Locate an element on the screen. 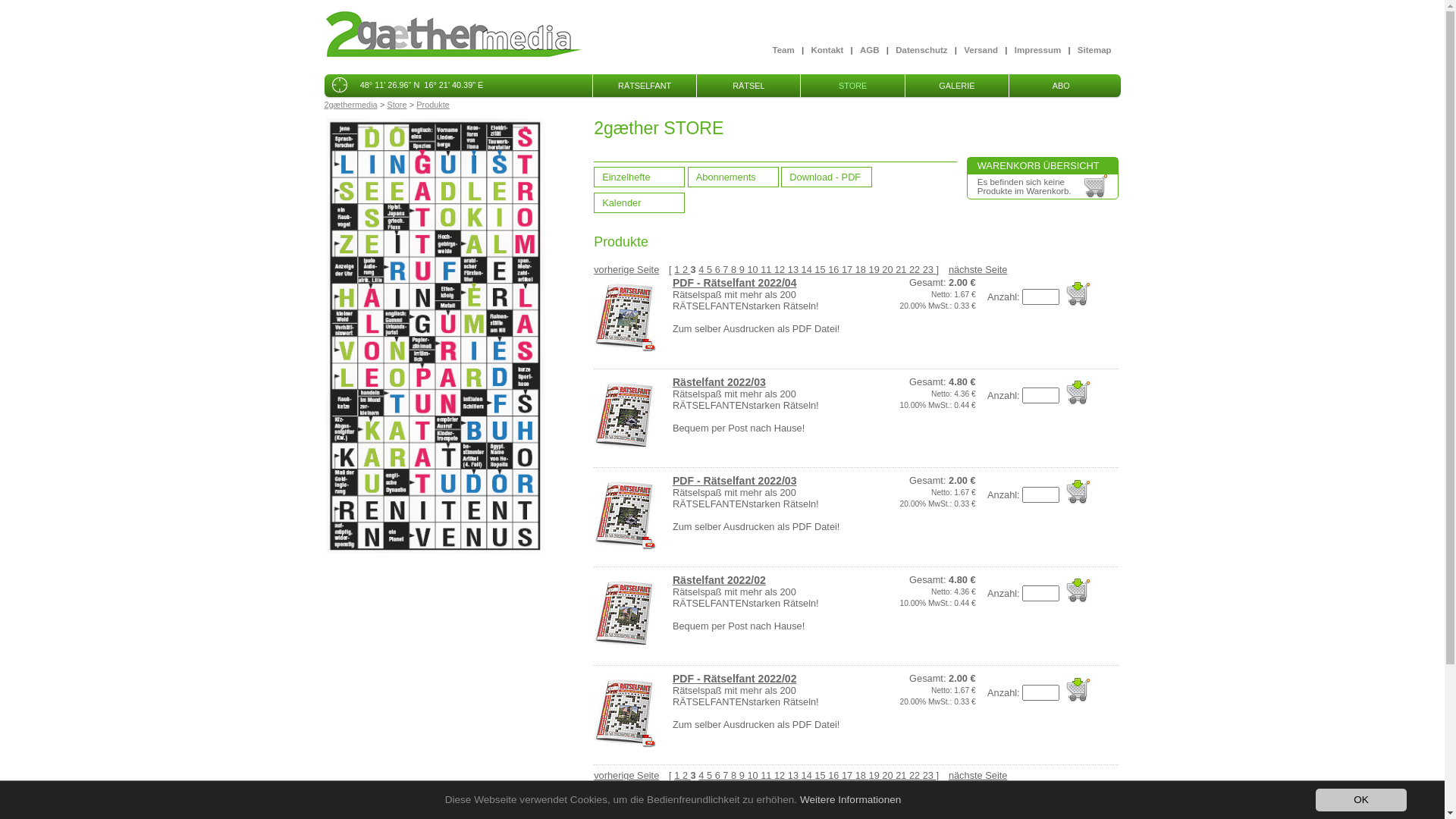 The height and width of the screenshot is (819, 1456). 'STORE' is located at coordinates (852, 85).